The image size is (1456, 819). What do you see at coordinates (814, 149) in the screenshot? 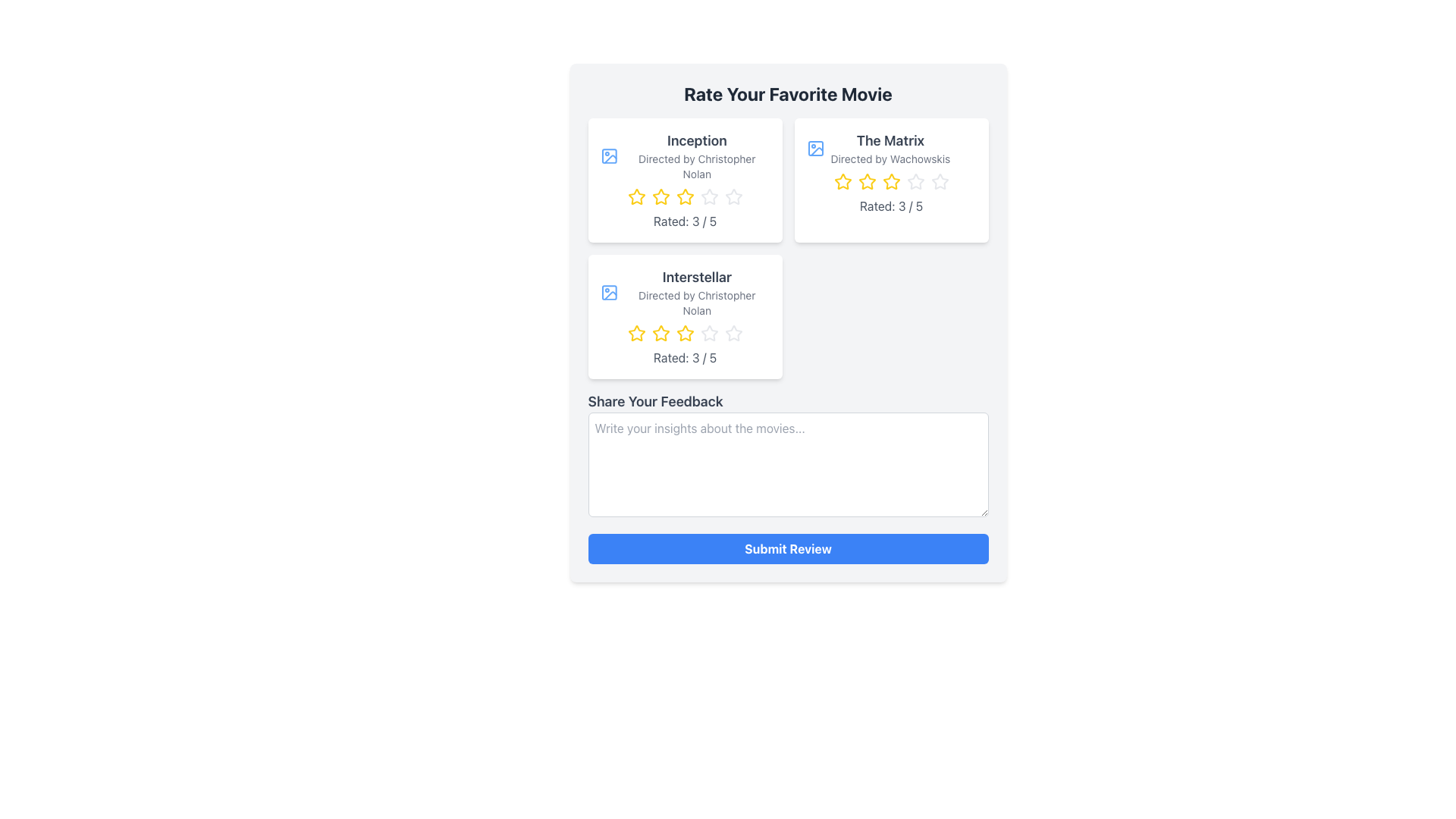
I see `the icon representing media content related to 'The Matrix' movie, located to the left of the title text in the second movie card` at bounding box center [814, 149].